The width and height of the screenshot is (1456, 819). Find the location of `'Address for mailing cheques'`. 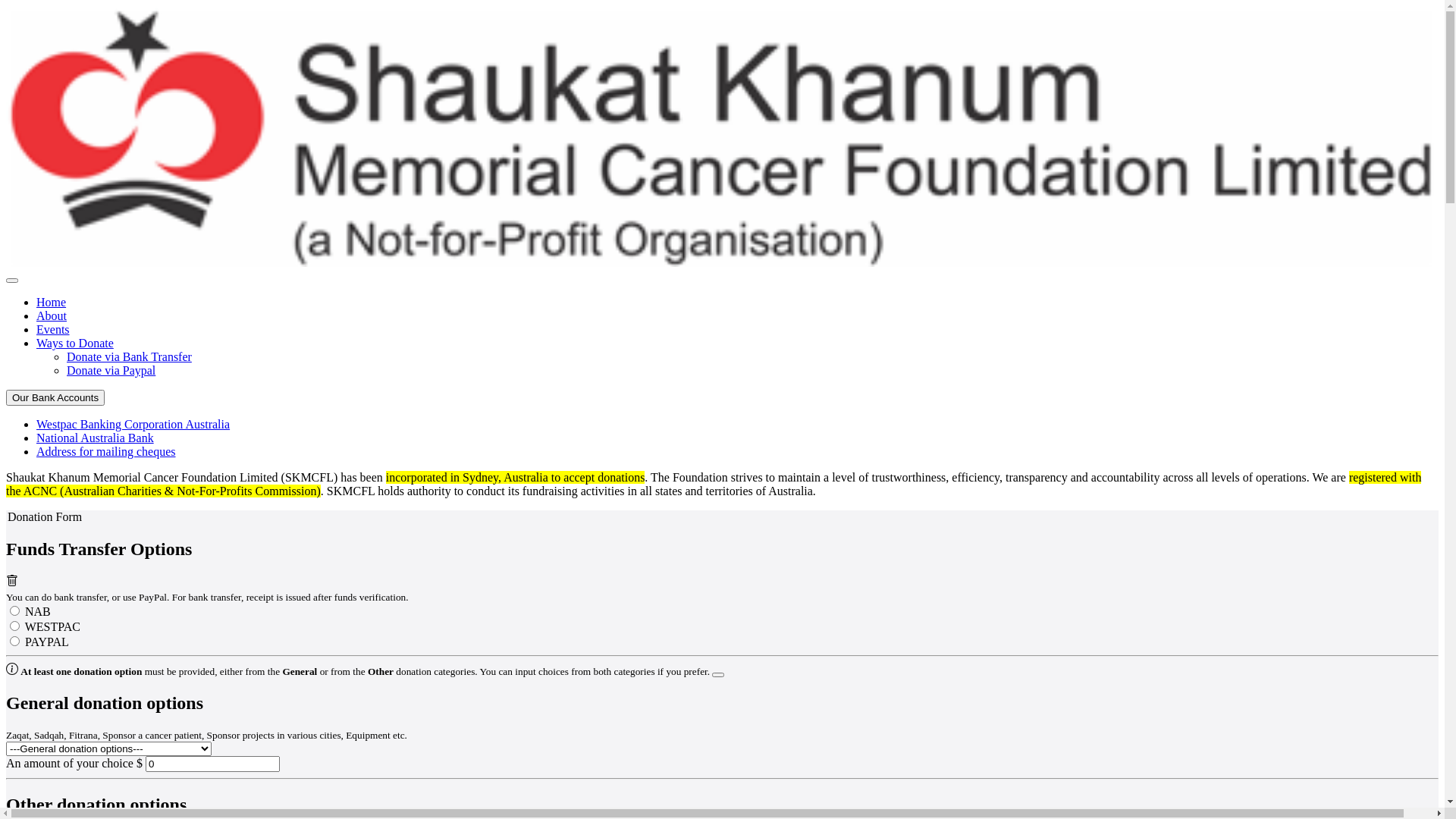

'Address for mailing cheques' is located at coordinates (36, 450).